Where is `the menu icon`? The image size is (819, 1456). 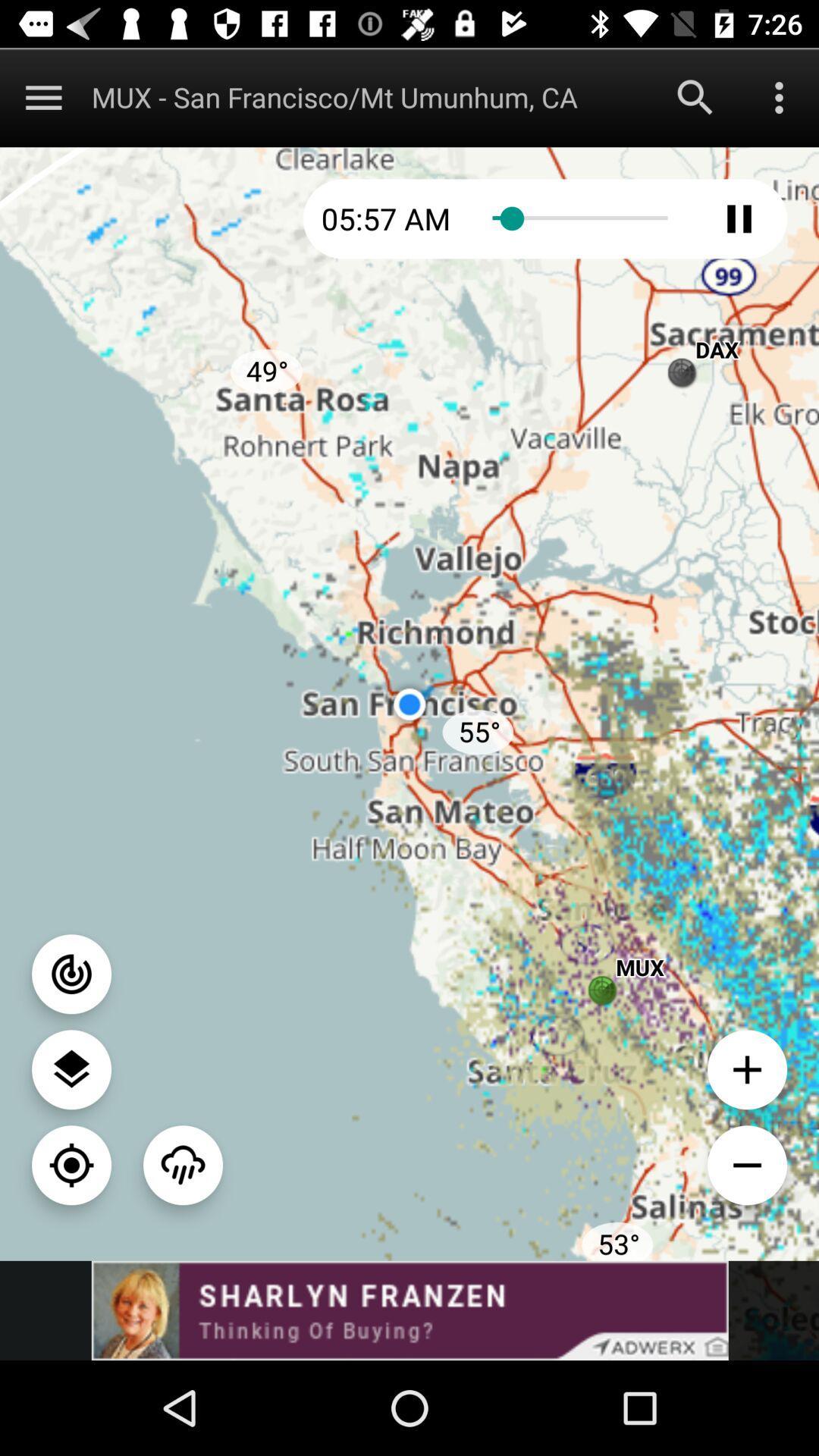
the menu icon is located at coordinates (42, 96).